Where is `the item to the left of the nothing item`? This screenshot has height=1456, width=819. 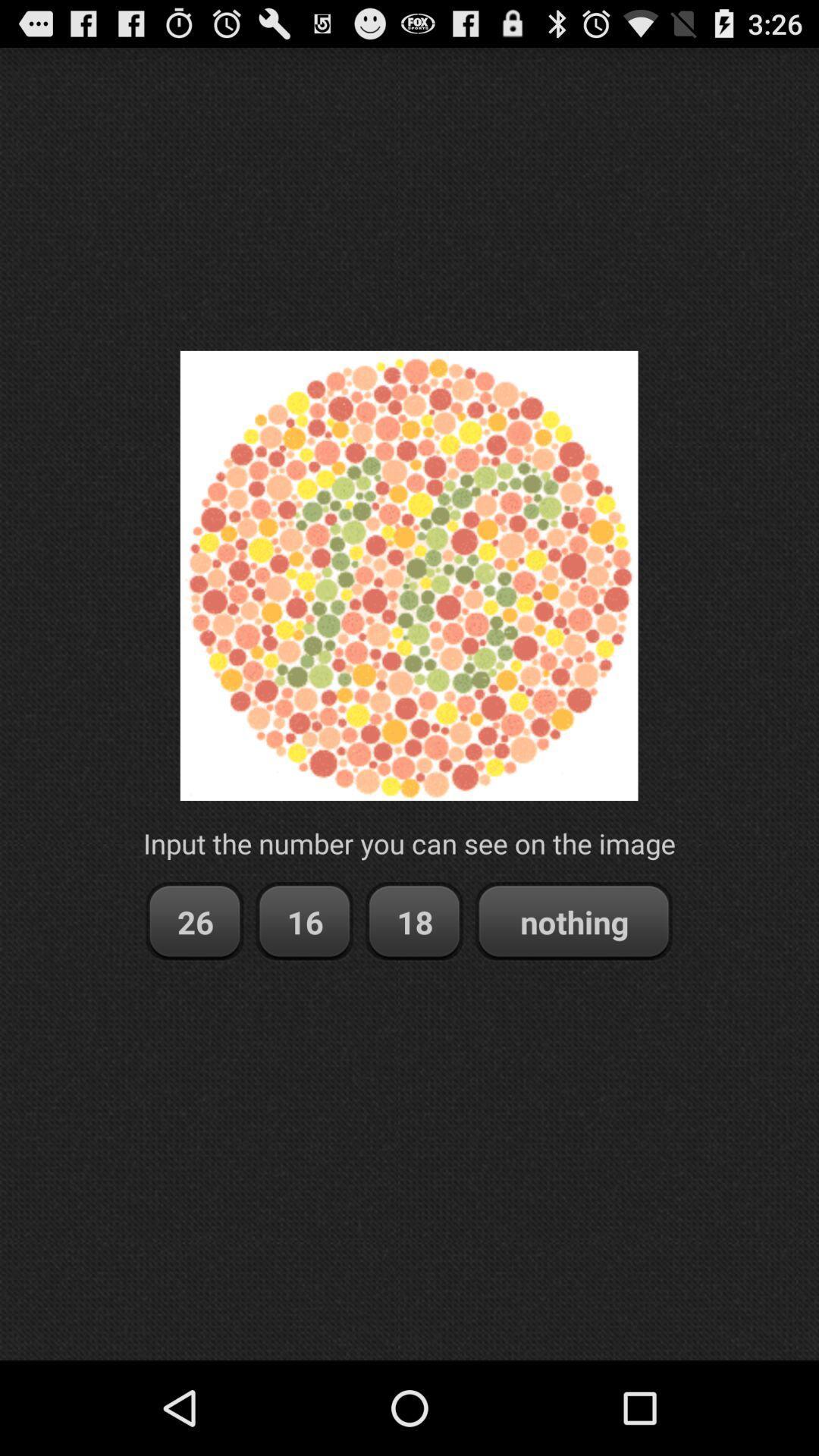
the item to the left of the nothing item is located at coordinates (414, 921).